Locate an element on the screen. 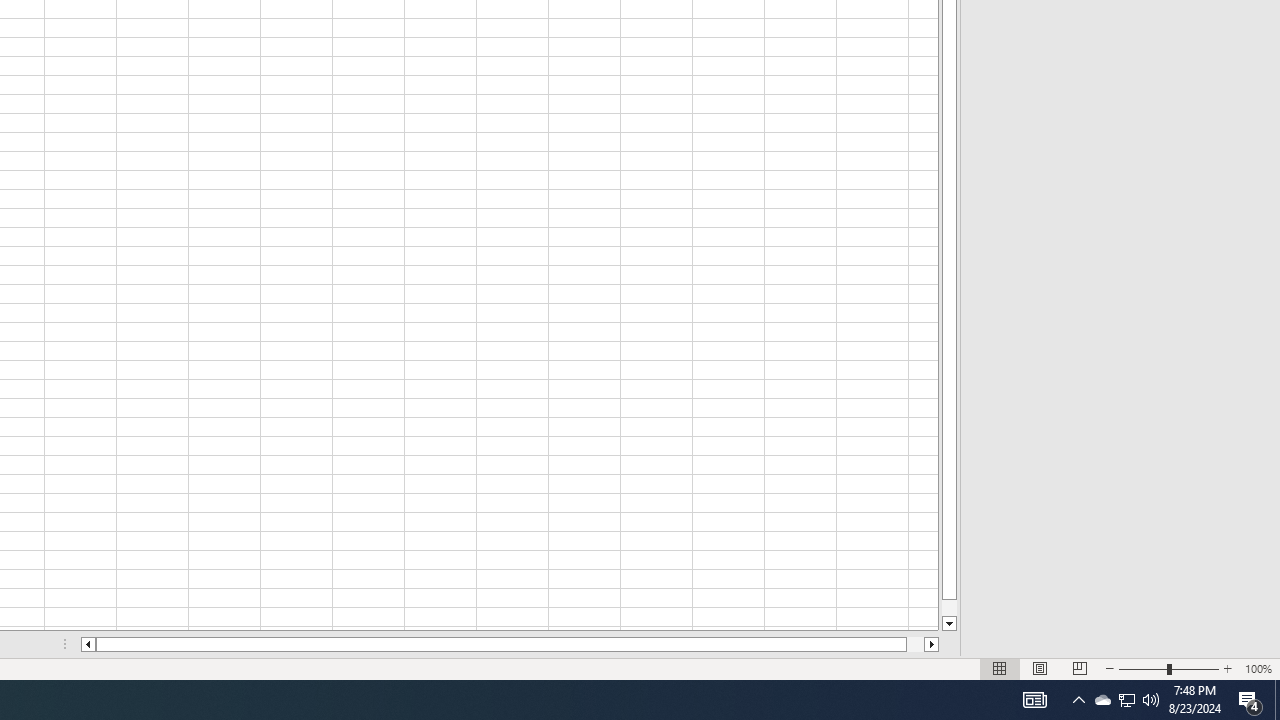  'Zoom Out' is located at coordinates (1143, 669).